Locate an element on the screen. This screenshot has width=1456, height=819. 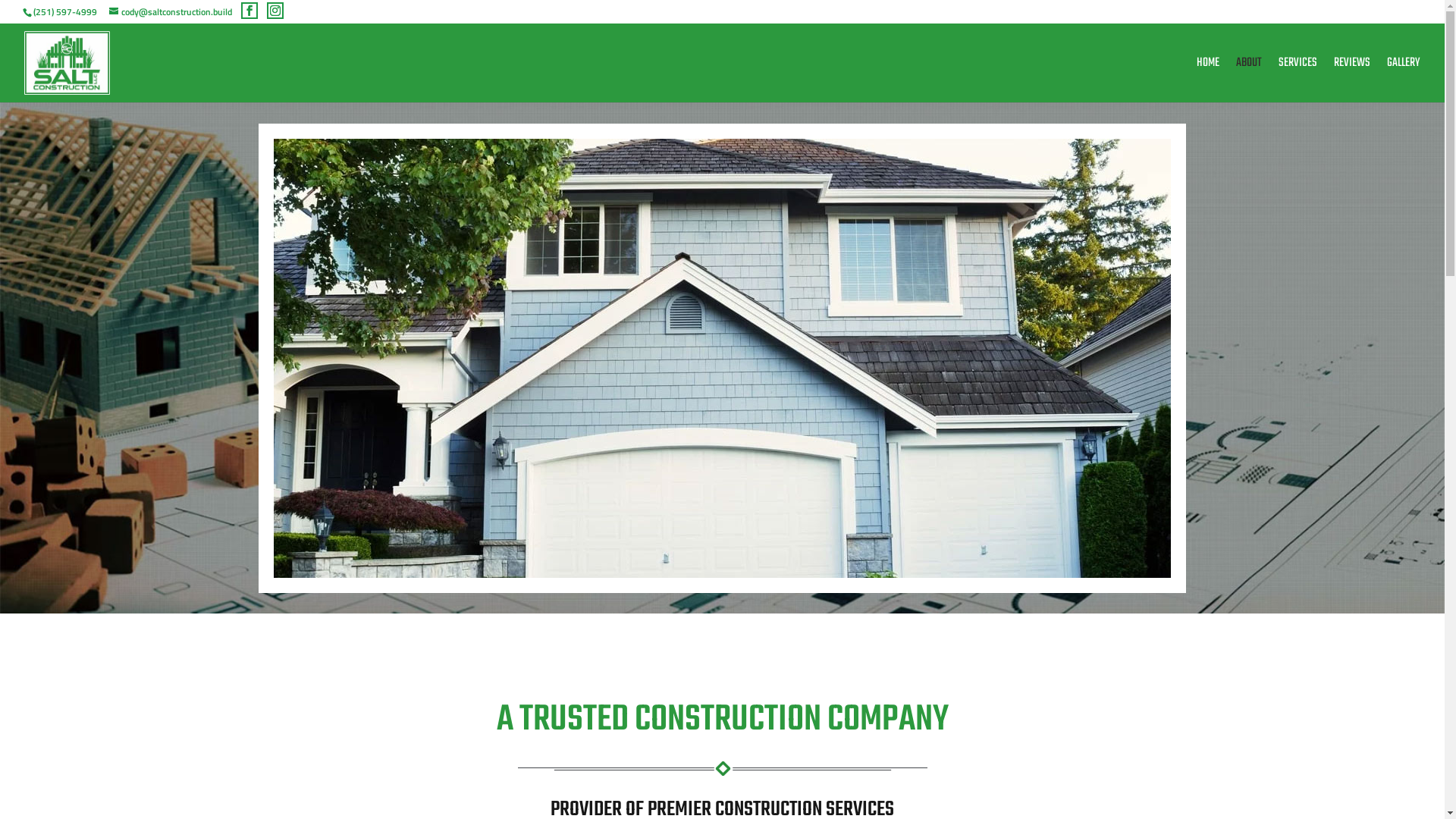
'GALLERY' is located at coordinates (1403, 80).